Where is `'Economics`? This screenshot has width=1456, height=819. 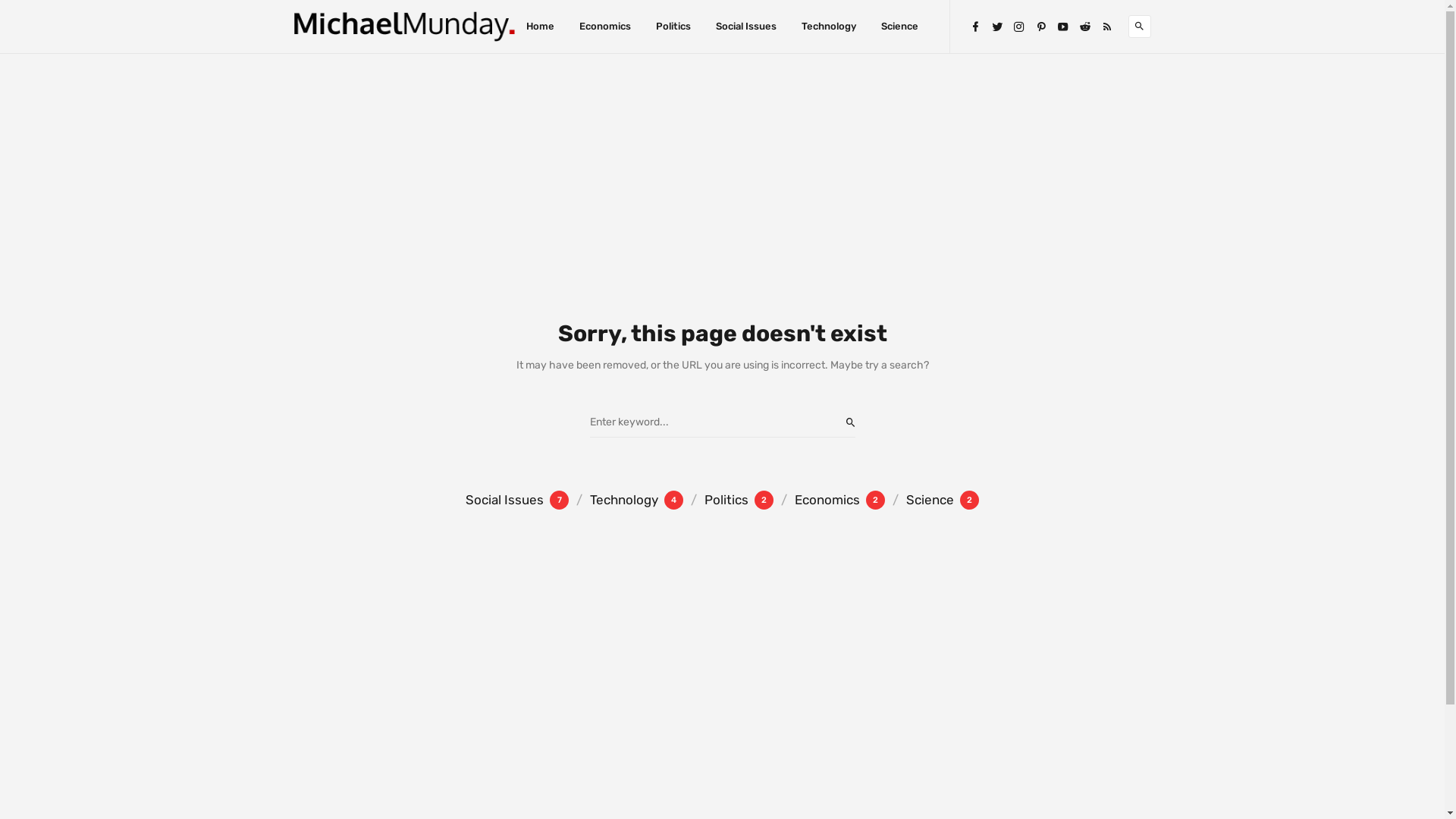
'Economics is located at coordinates (773, 499).